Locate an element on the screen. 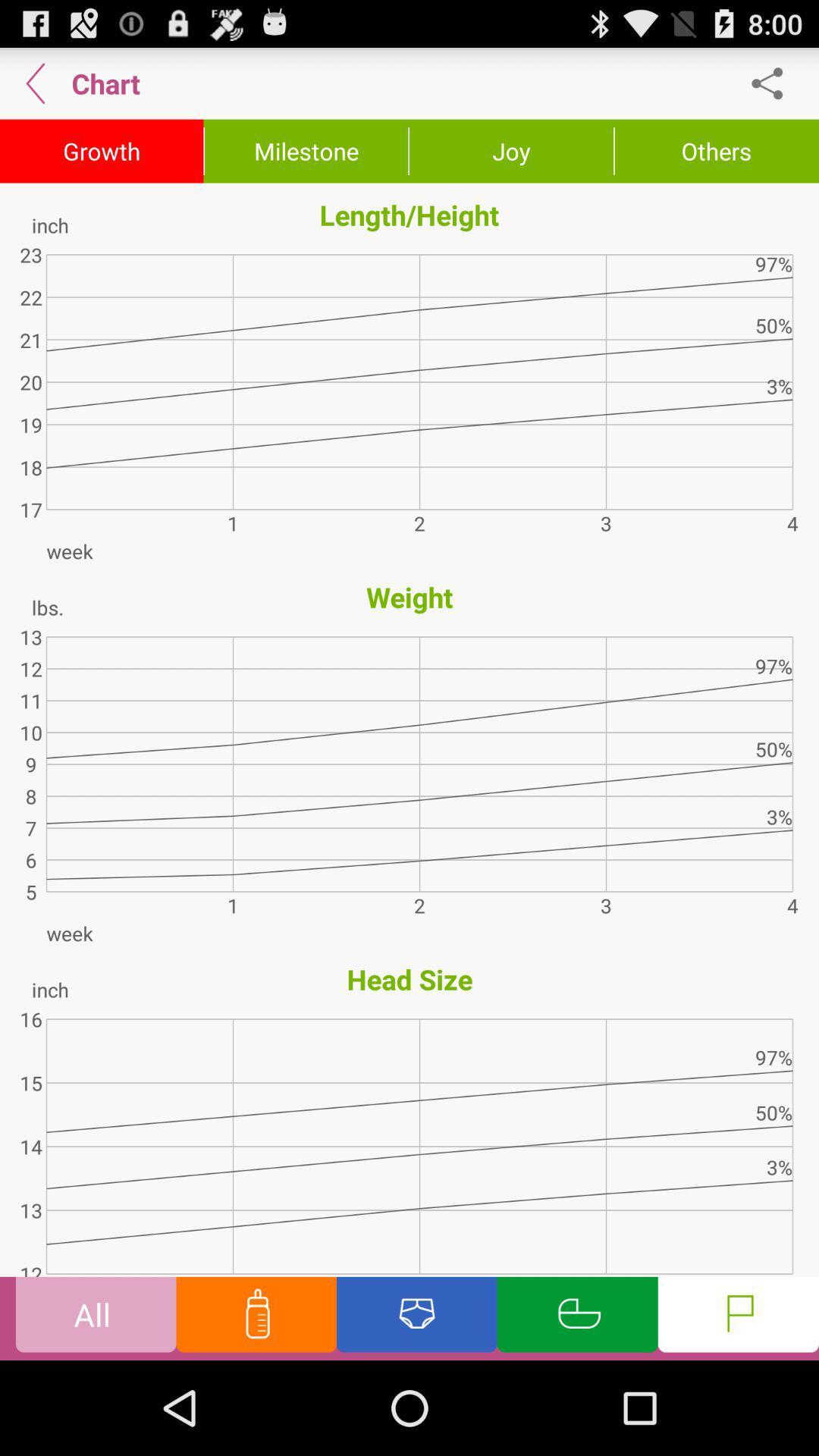 The width and height of the screenshot is (819, 1456). share is located at coordinates (775, 83).